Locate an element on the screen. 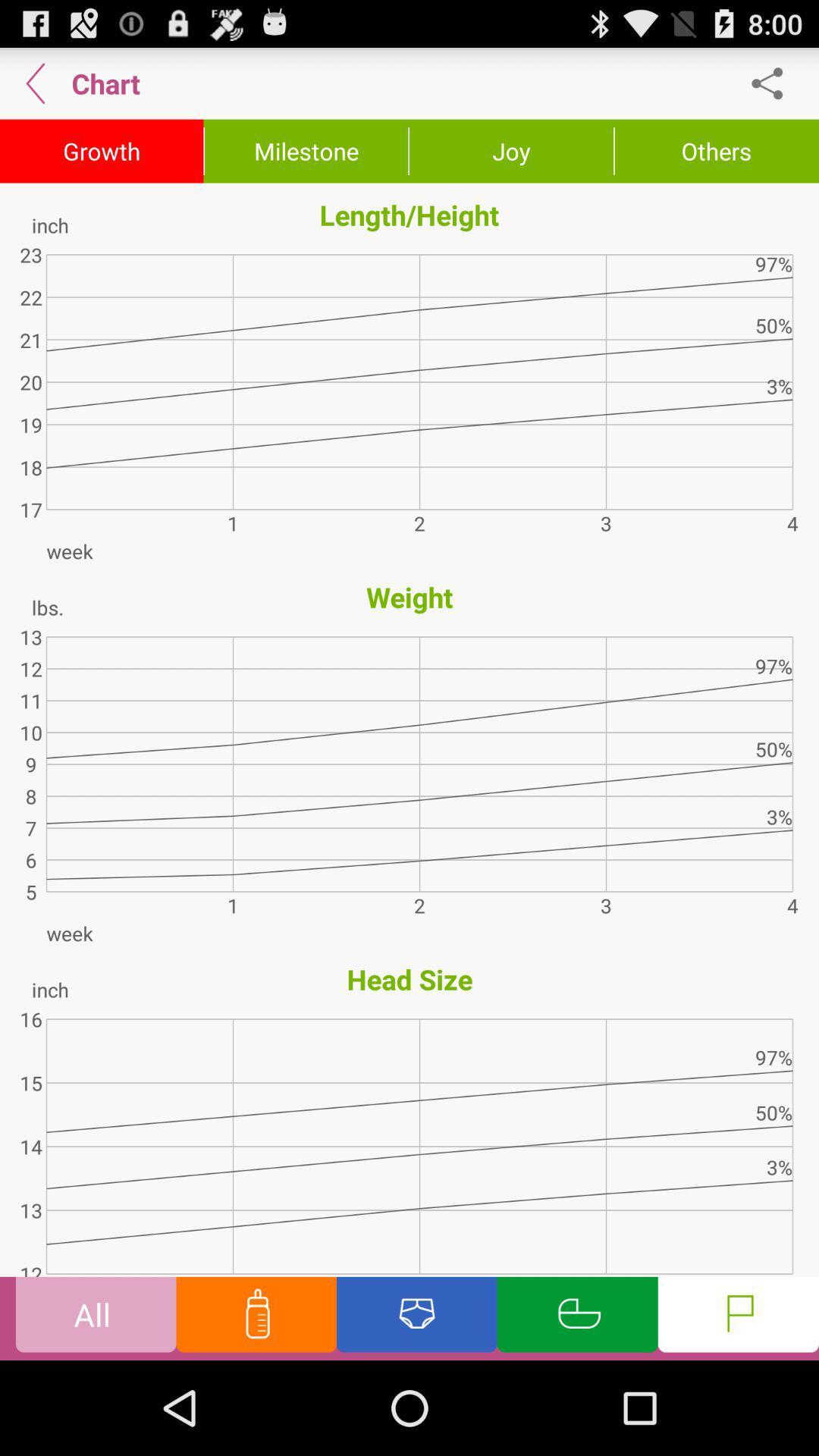 The width and height of the screenshot is (819, 1456). share is located at coordinates (775, 83).